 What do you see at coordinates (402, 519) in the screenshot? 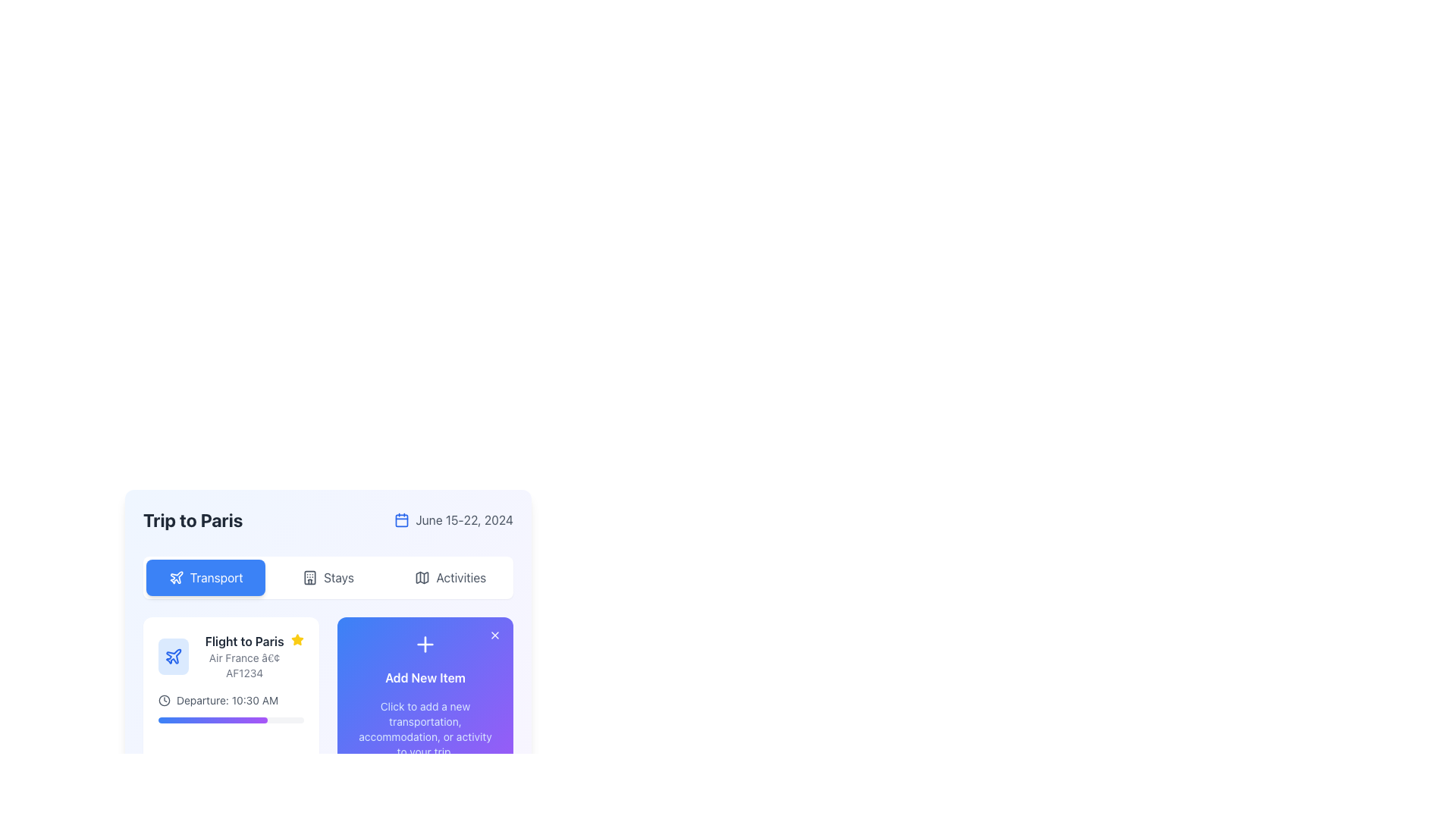
I see `properties of the rectangular background component within the calendar icon, which serves as the base for the visual elements` at bounding box center [402, 519].